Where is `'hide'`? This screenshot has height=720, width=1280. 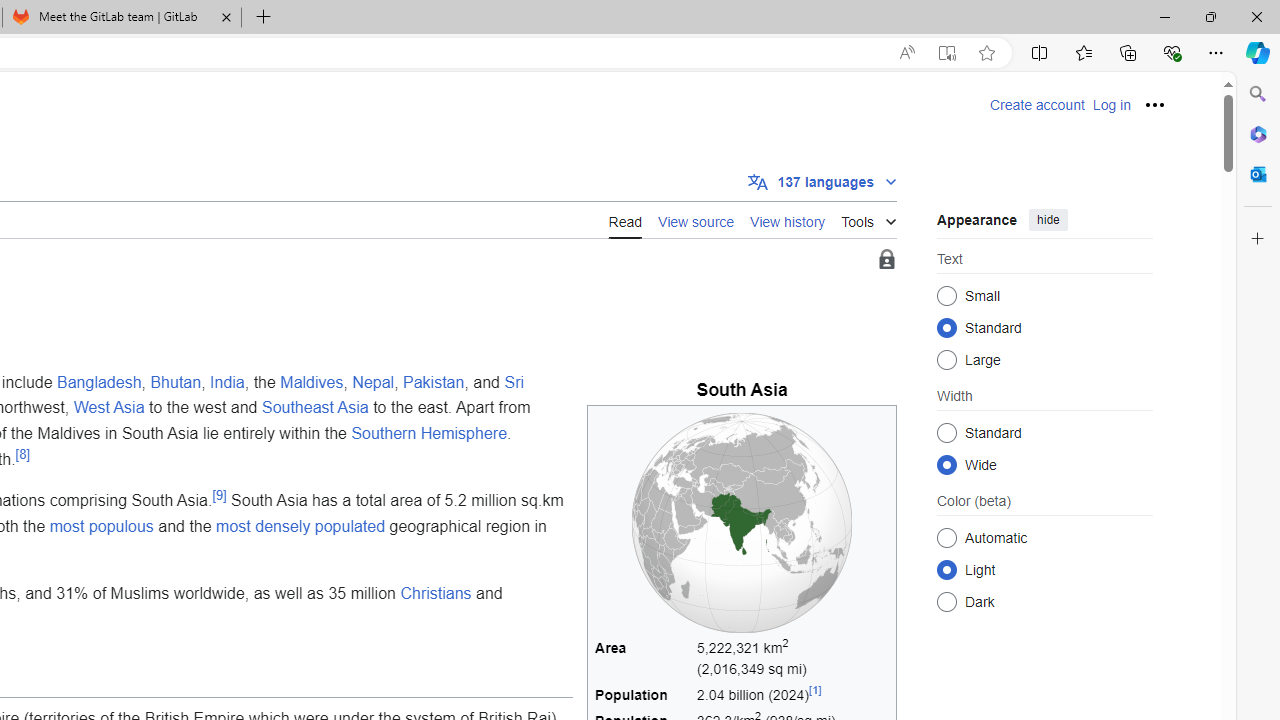
'hide' is located at coordinates (1047, 219).